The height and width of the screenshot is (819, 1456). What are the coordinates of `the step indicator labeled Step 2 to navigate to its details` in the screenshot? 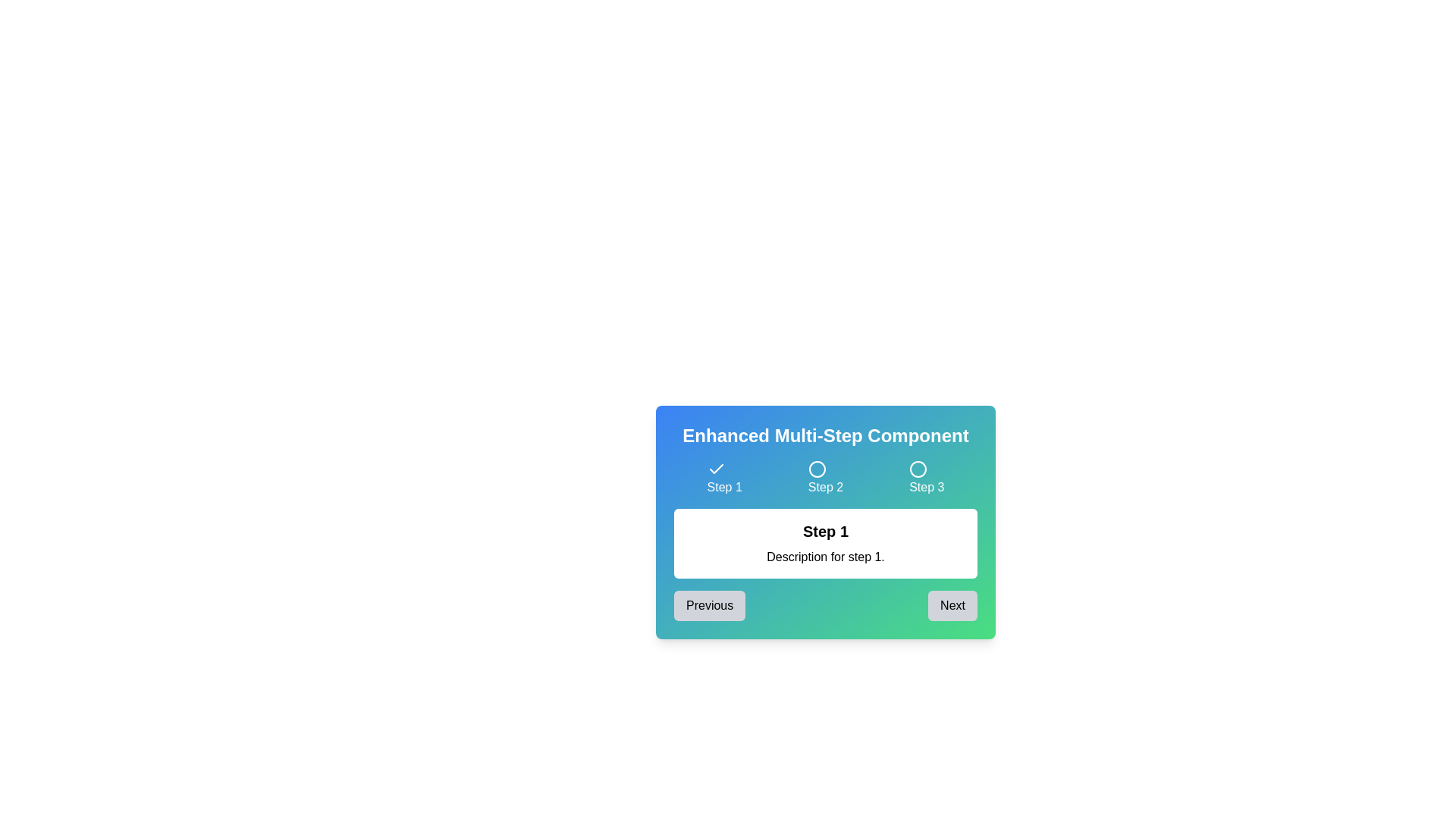 It's located at (825, 479).